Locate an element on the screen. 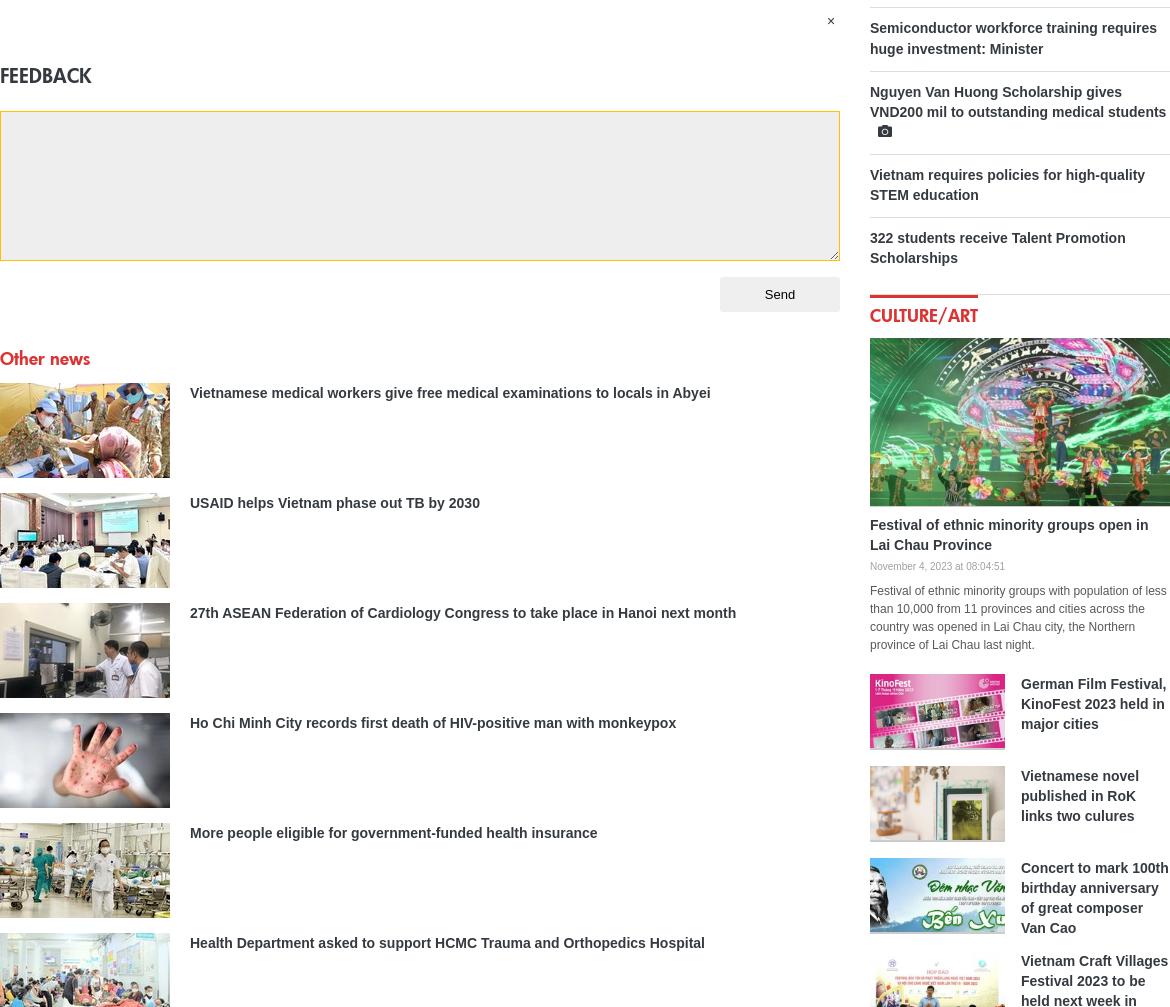 The width and height of the screenshot is (1170, 1007). 'More people eligible for government-funded health insurance' is located at coordinates (393, 830).